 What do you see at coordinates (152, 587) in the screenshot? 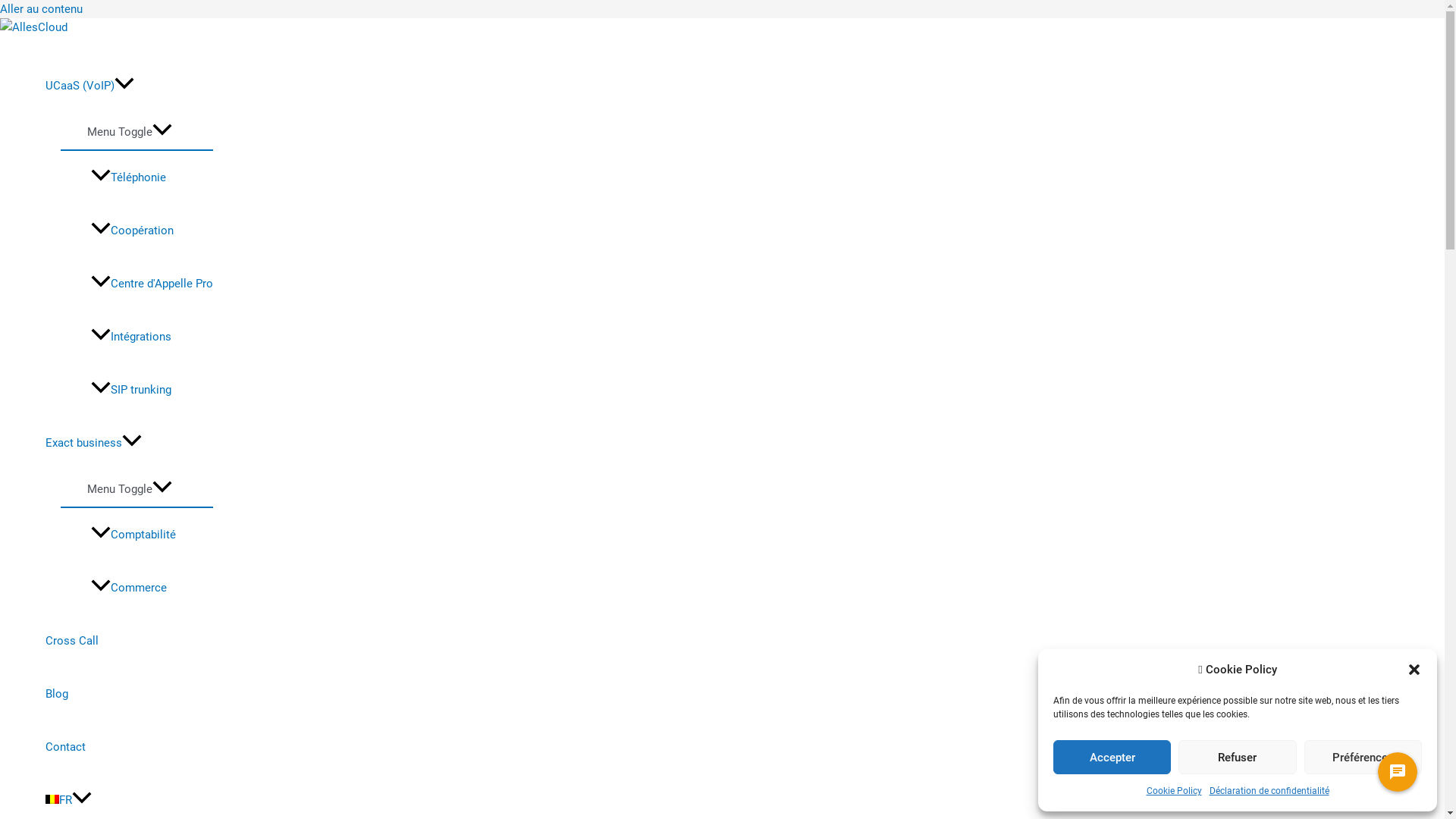
I see `'Commerce'` at bounding box center [152, 587].